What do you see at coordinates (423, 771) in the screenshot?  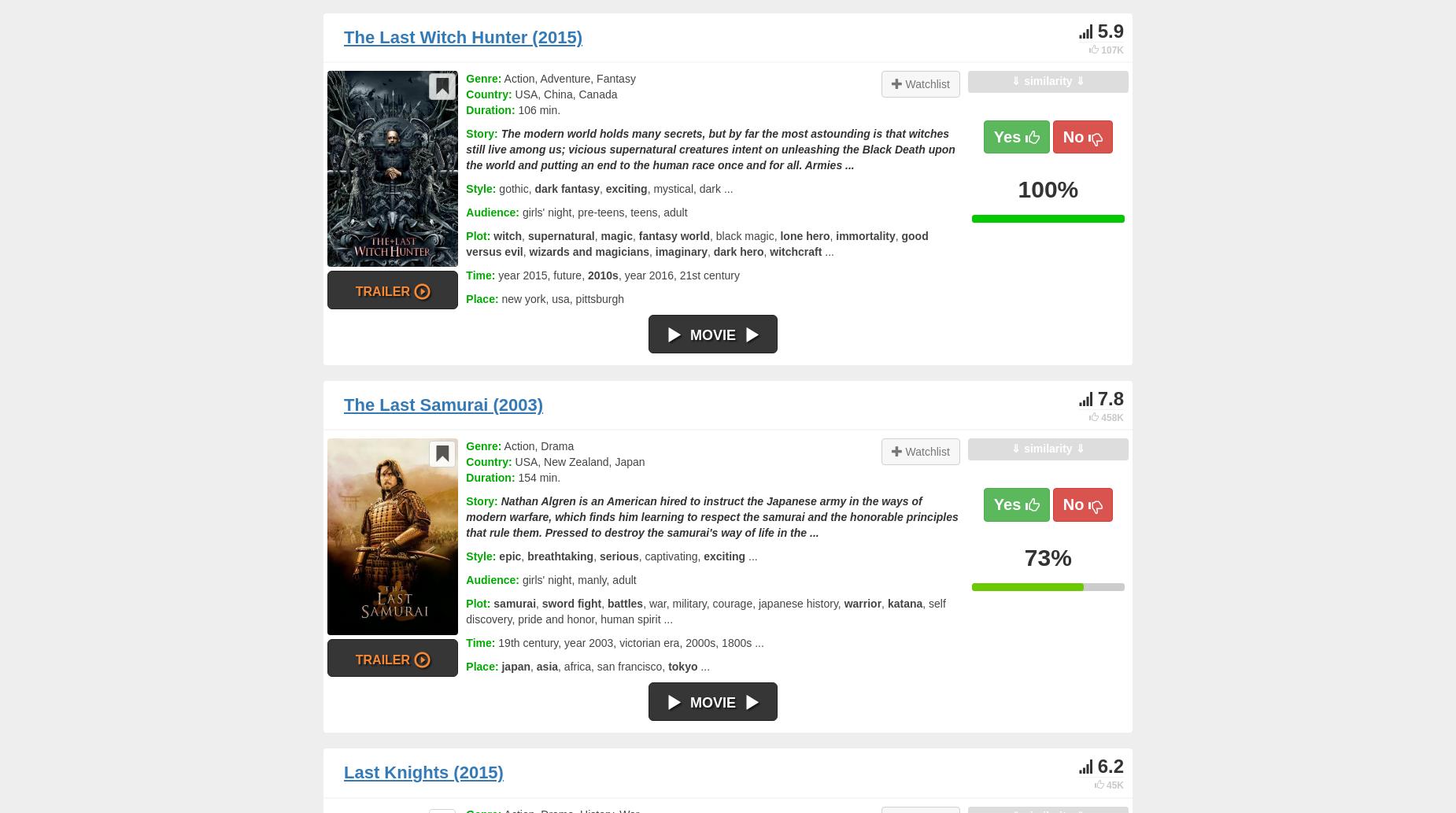 I see `'Last Knights (2015)'` at bounding box center [423, 771].